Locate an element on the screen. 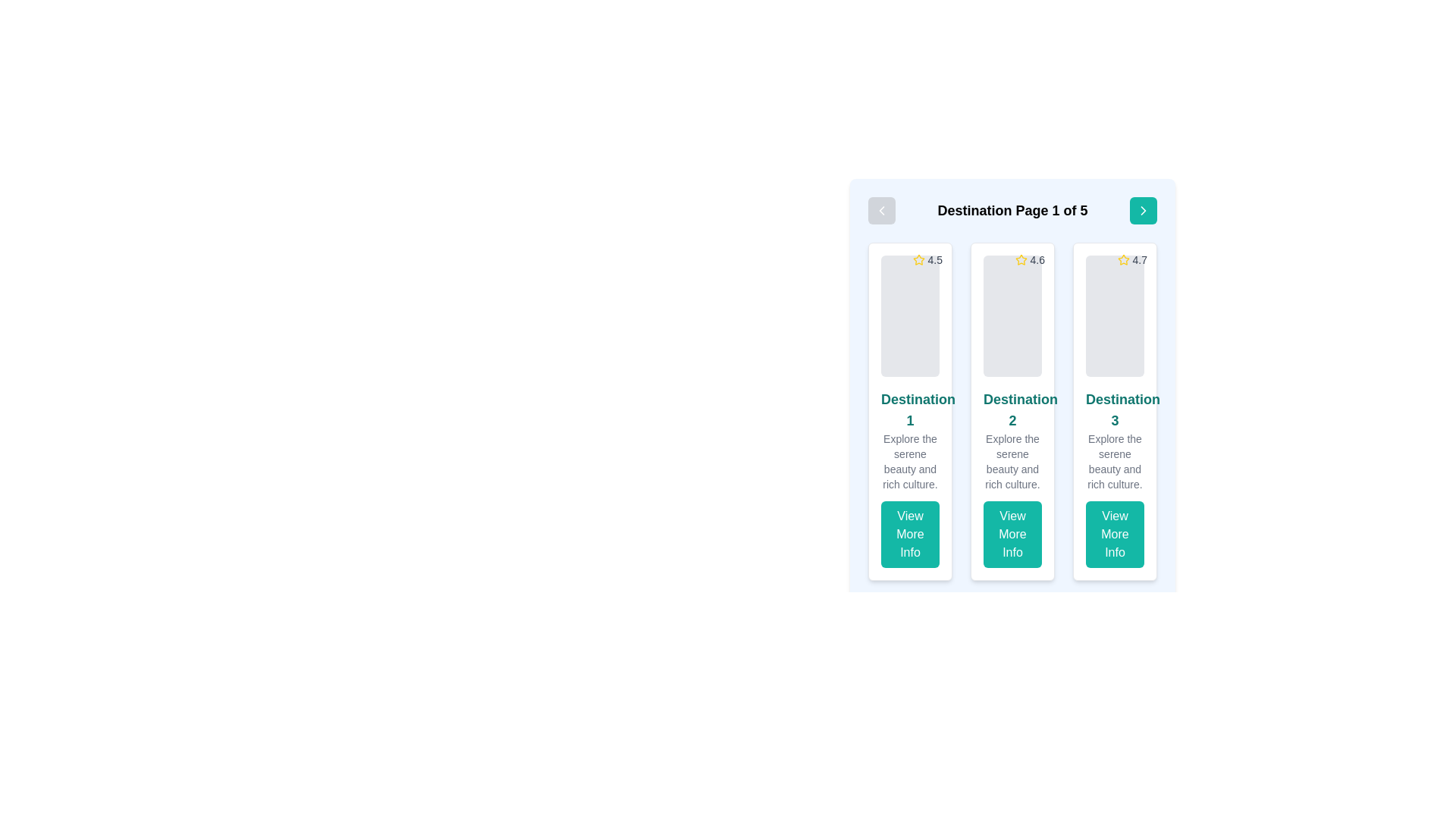 The image size is (1456, 819). the rightward-facing chevron icon located in the top-right corner of the navigation interface is located at coordinates (1143, 210).